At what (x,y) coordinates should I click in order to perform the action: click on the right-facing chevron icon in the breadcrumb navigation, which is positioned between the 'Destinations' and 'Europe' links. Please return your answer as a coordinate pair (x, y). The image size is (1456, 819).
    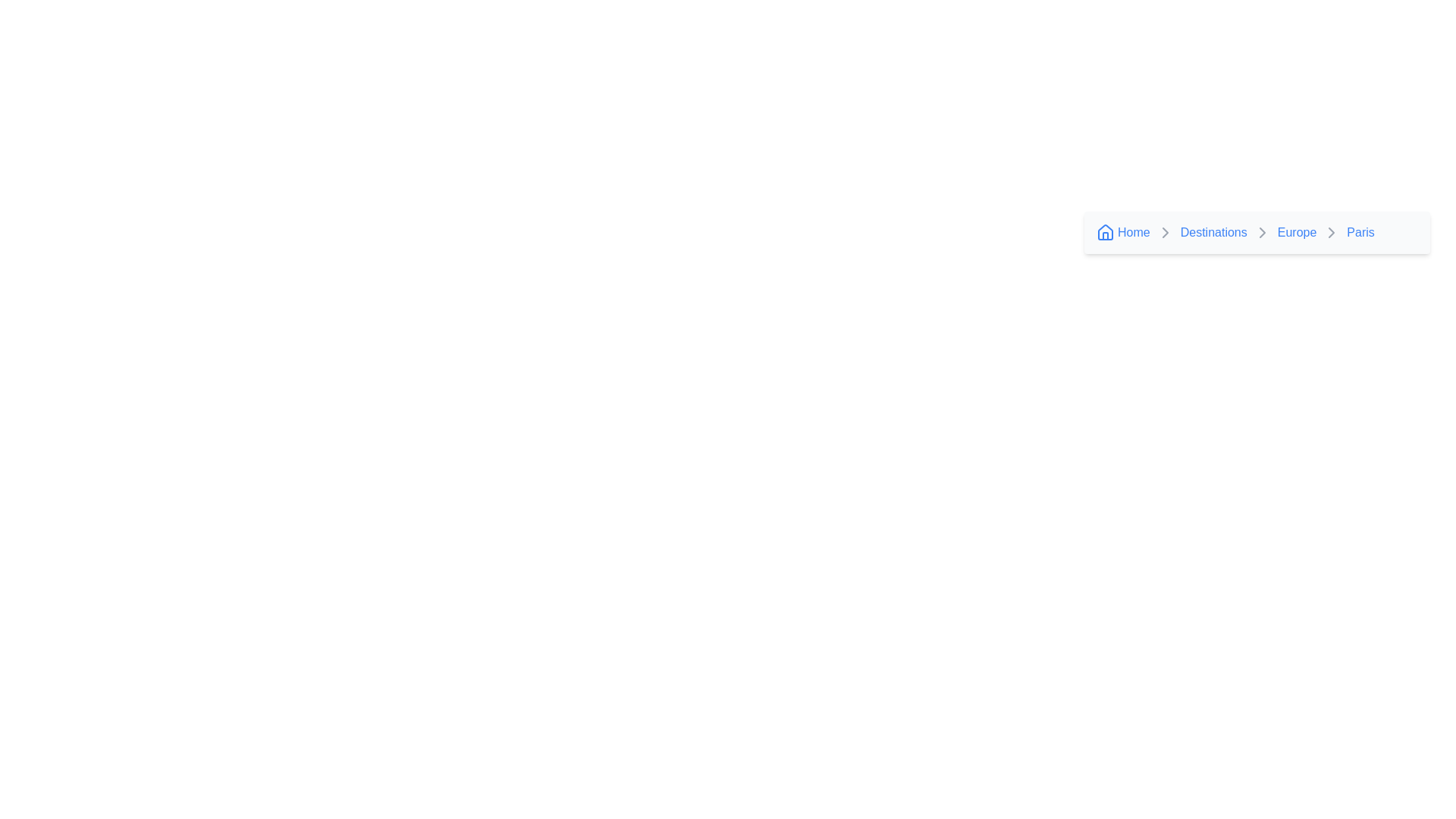
    Looking at the image, I should click on (1262, 233).